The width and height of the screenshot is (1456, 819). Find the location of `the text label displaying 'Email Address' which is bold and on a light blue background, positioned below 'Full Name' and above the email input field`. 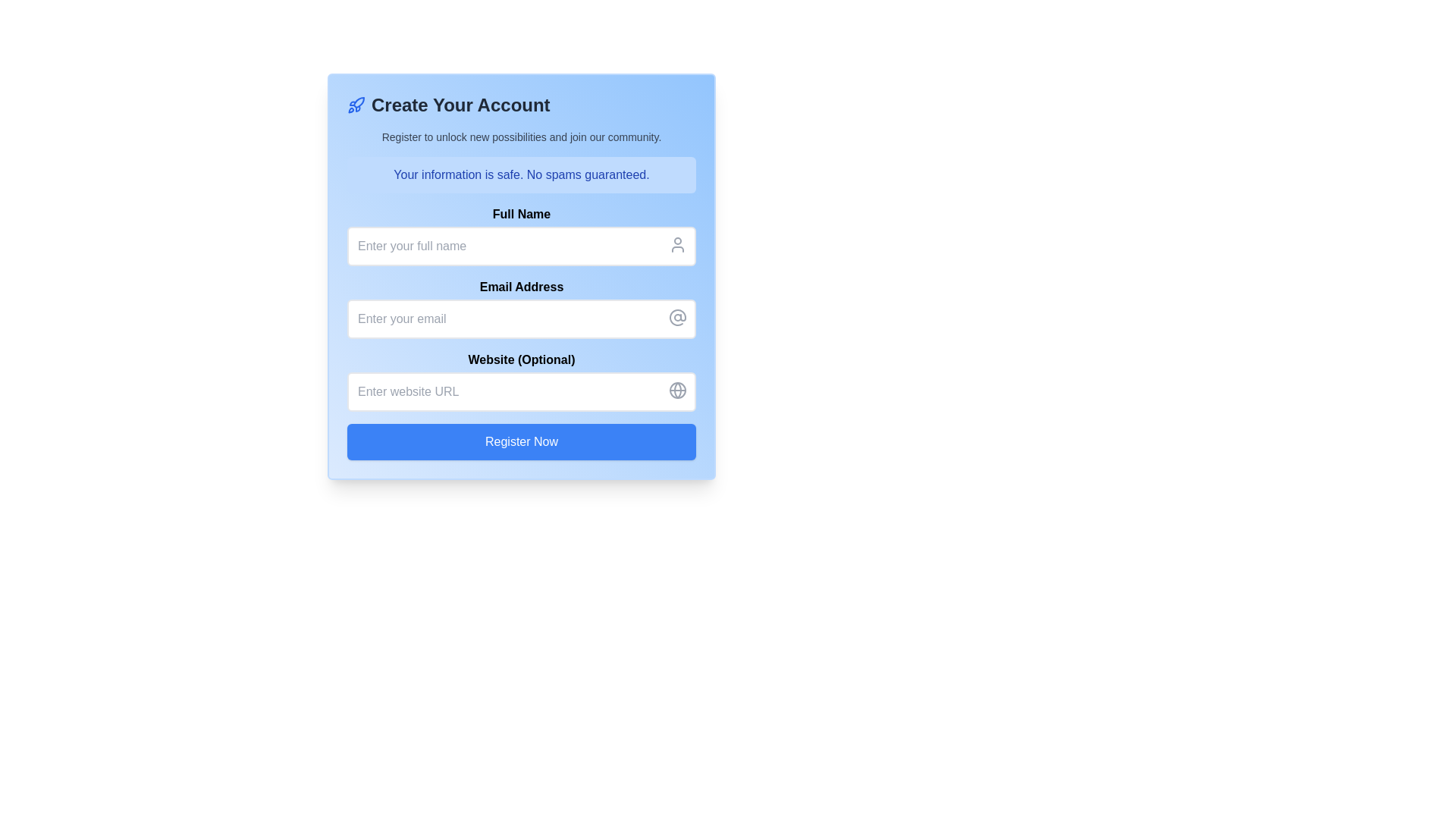

the text label displaying 'Email Address' which is bold and on a light blue background, positioned below 'Full Name' and above the email input field is located at coordinates (521, 287).